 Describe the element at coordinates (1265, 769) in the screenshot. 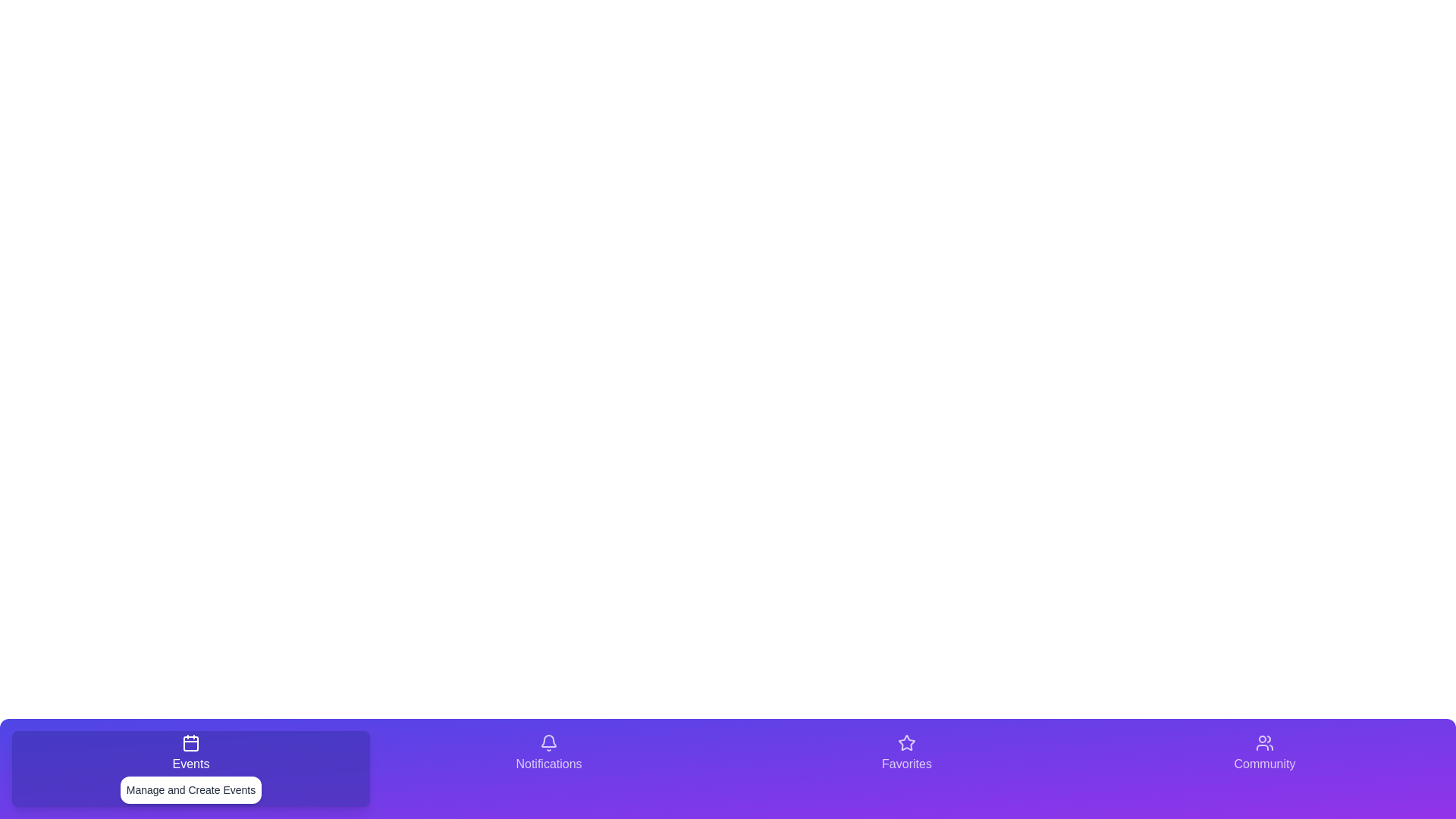

I see `the tab labeled Community to observe its hover effect` at that location.